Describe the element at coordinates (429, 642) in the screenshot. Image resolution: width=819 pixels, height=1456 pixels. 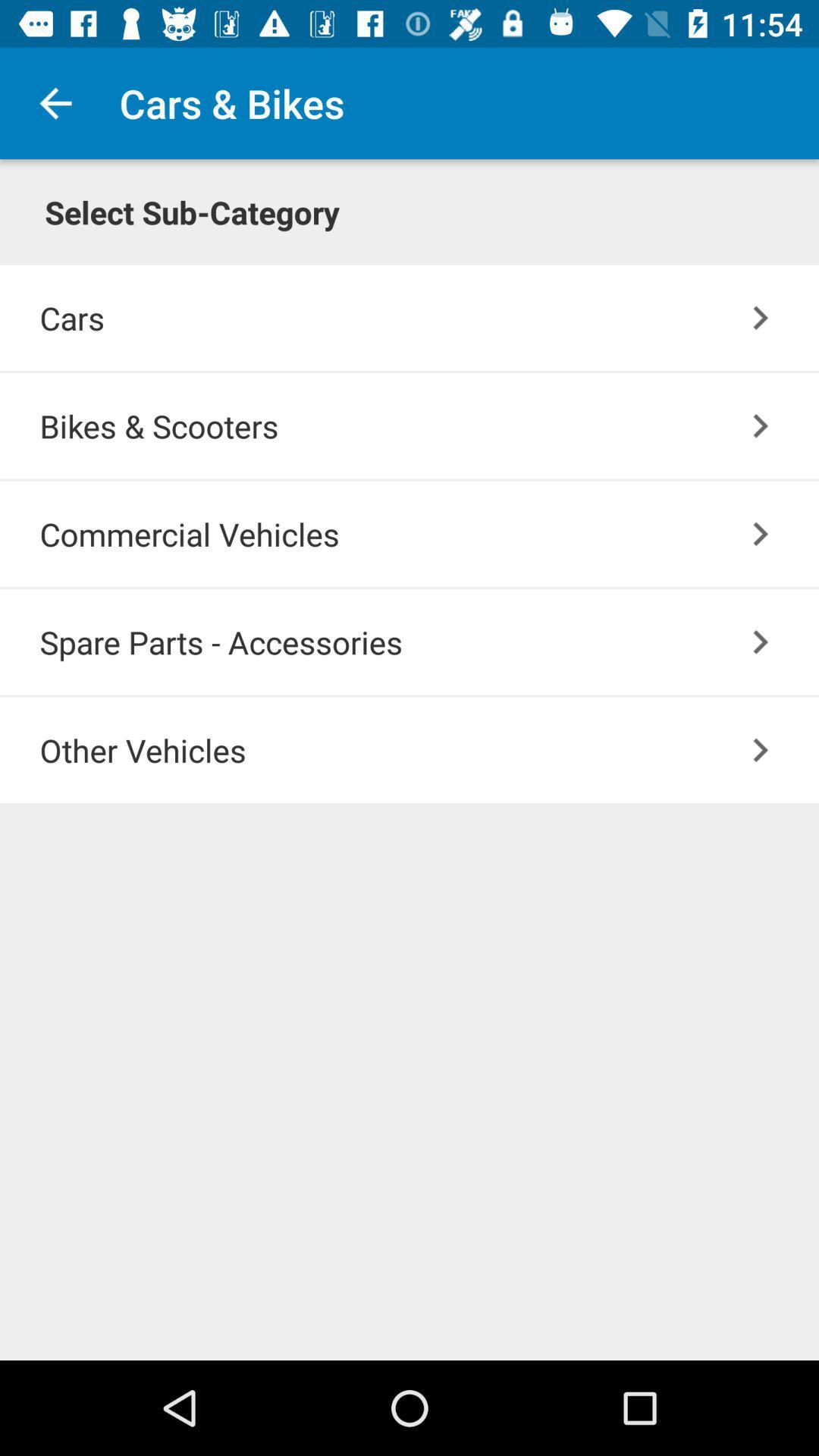
I see `the spare parts - accessories` at that location.